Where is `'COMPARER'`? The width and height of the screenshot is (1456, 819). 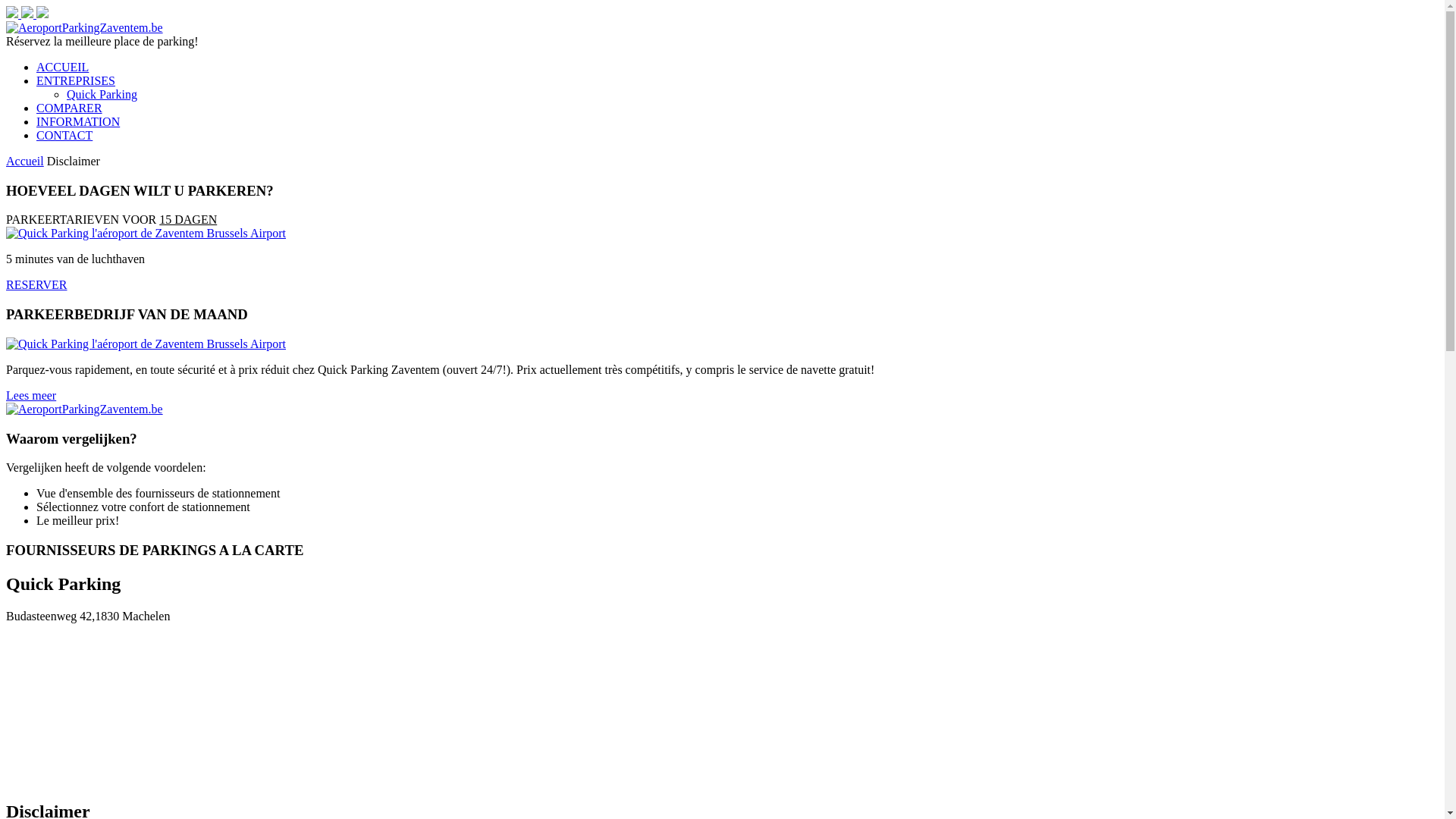 'COMPARER' is located at coordinates (68, 107).